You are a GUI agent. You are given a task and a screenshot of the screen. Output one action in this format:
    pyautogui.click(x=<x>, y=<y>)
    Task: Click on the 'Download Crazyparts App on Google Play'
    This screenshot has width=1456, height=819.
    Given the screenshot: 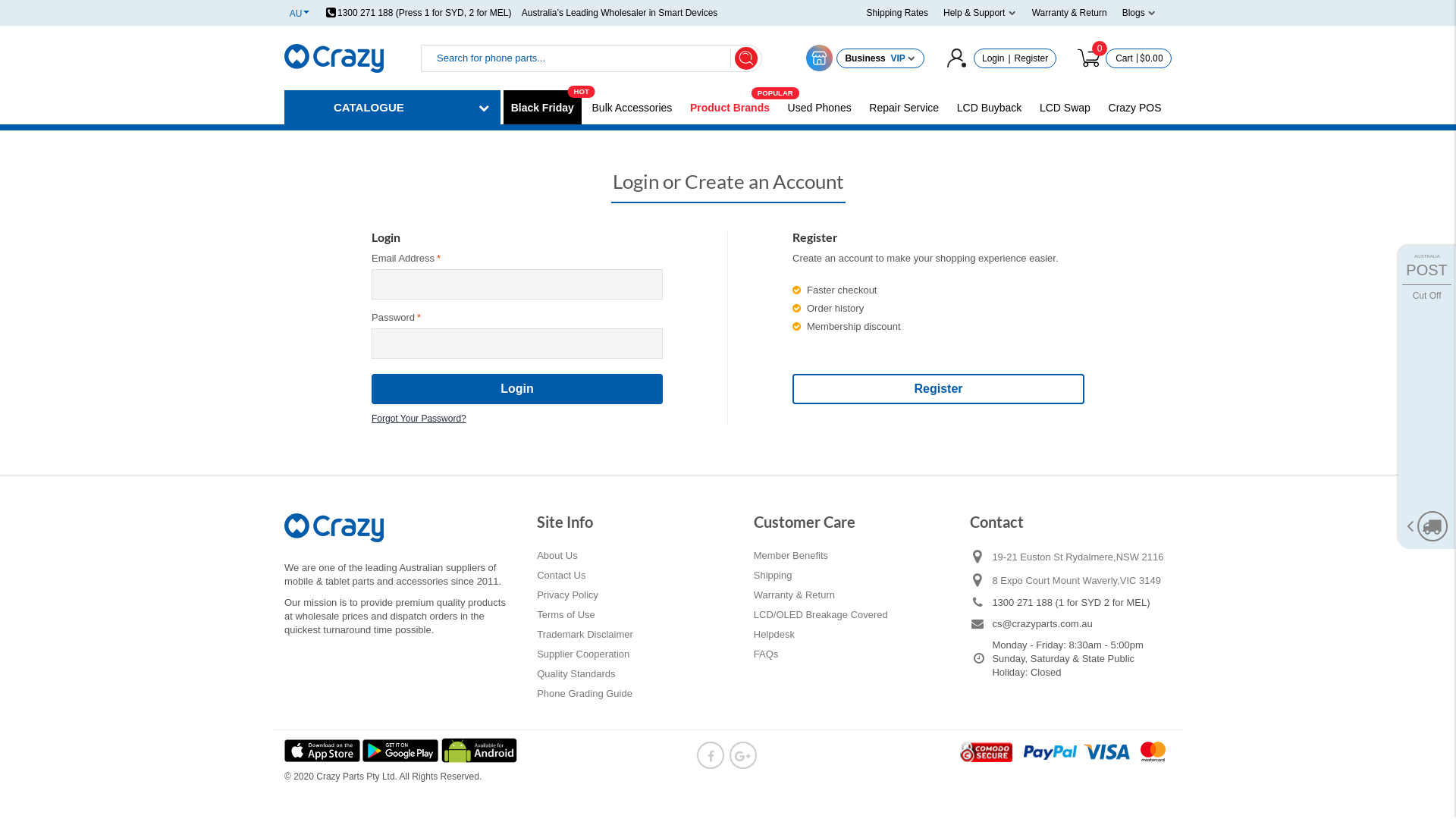 What is the action you would take?
    pyautogui.click(x=440, y=748)
    